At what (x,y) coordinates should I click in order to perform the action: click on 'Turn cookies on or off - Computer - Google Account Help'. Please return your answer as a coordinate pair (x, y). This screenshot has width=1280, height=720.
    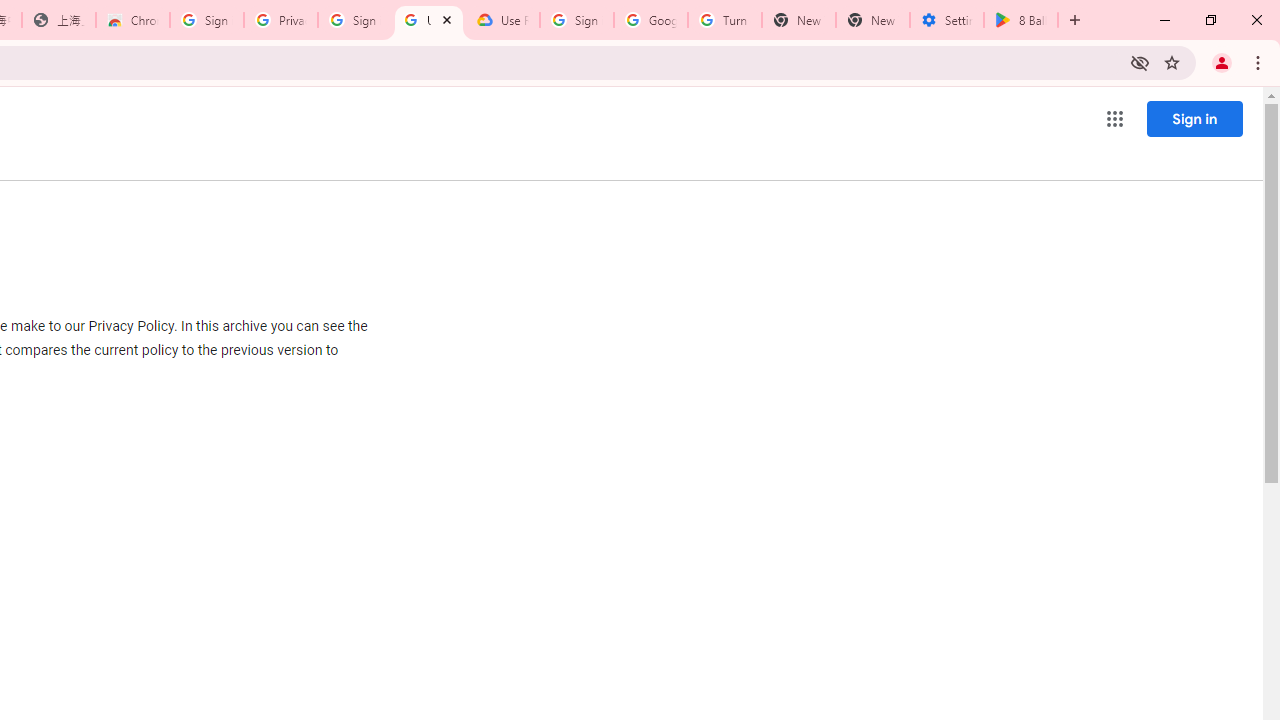
    Looking at the image, I should click on (723, 20).